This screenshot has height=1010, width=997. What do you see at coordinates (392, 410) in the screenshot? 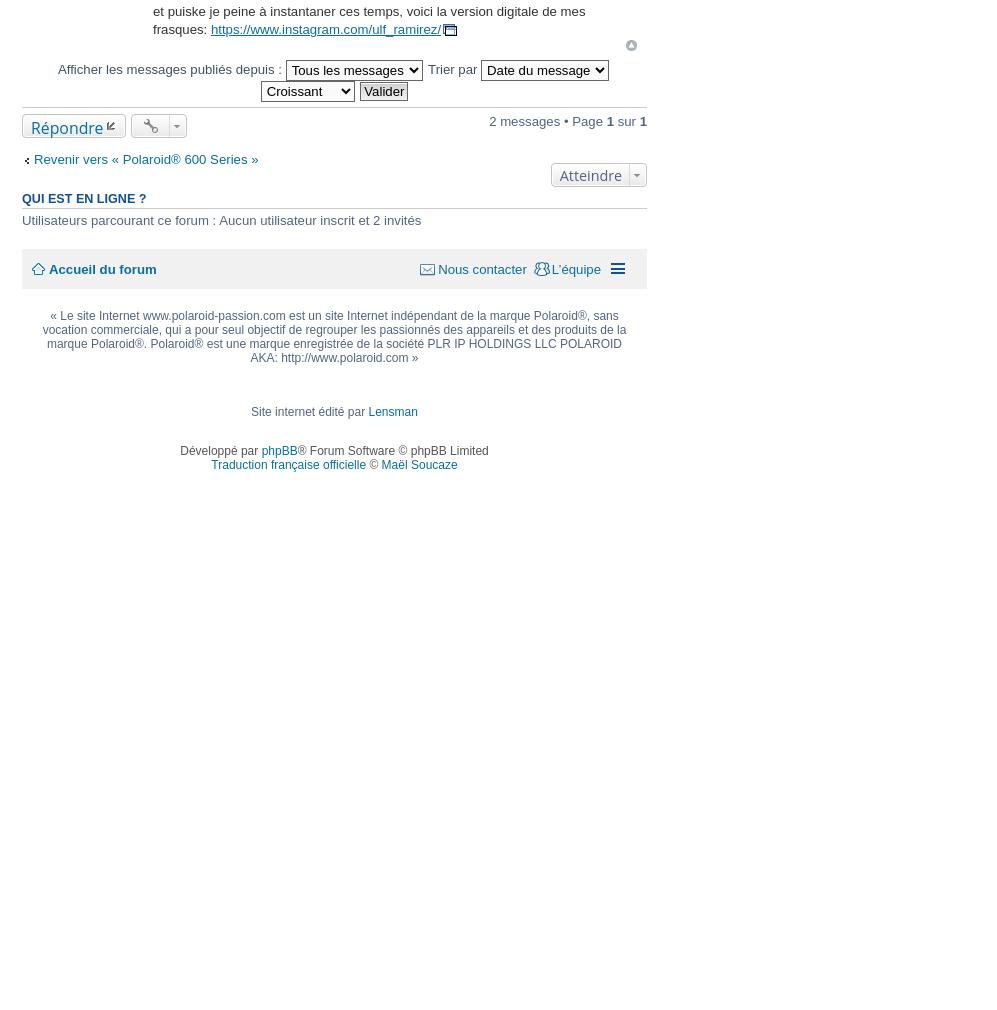
I see `'Lensman'` at bounding box center [392, 410].